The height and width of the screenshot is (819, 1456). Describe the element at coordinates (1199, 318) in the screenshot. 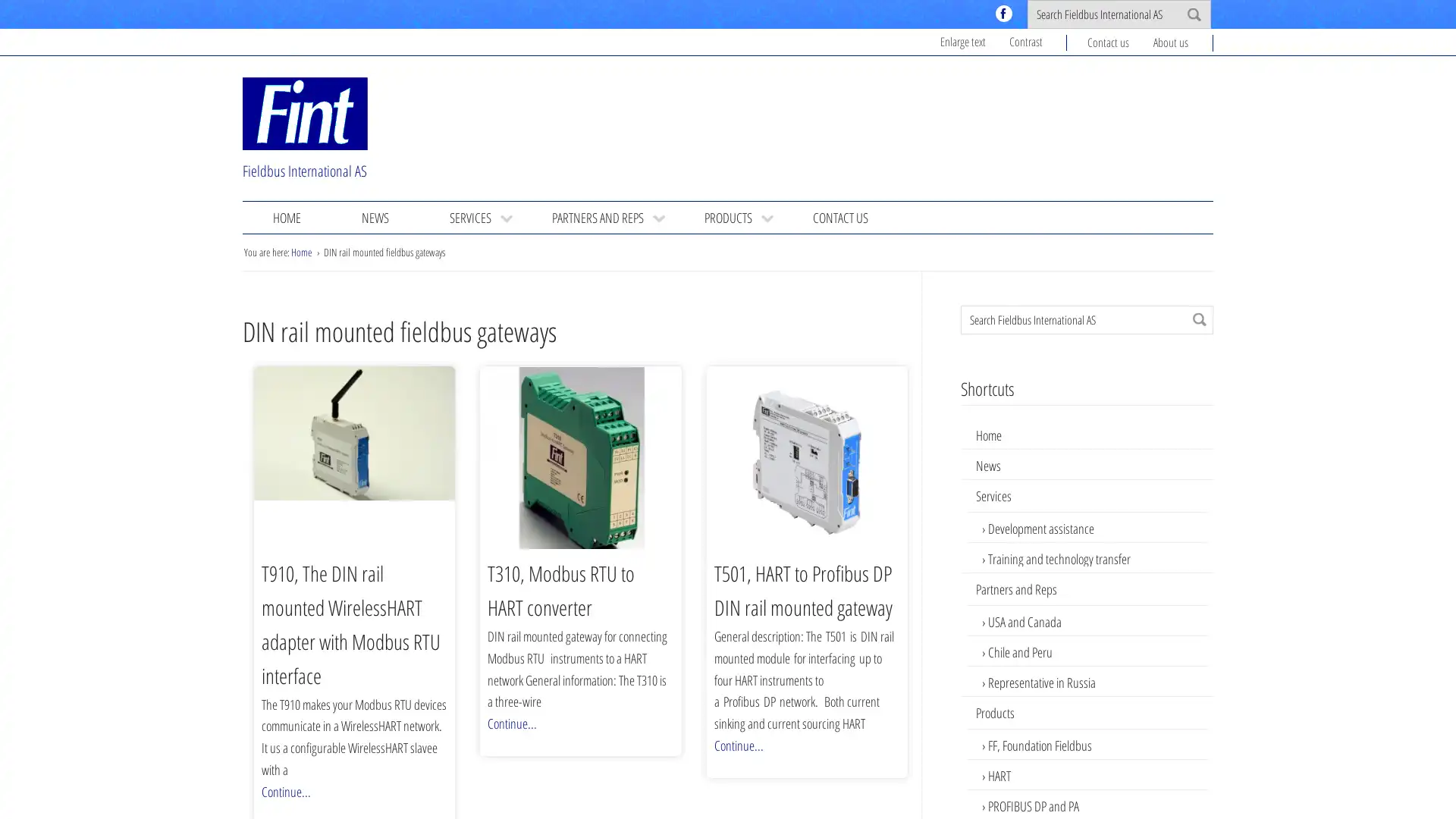

I see `Search` at that location.